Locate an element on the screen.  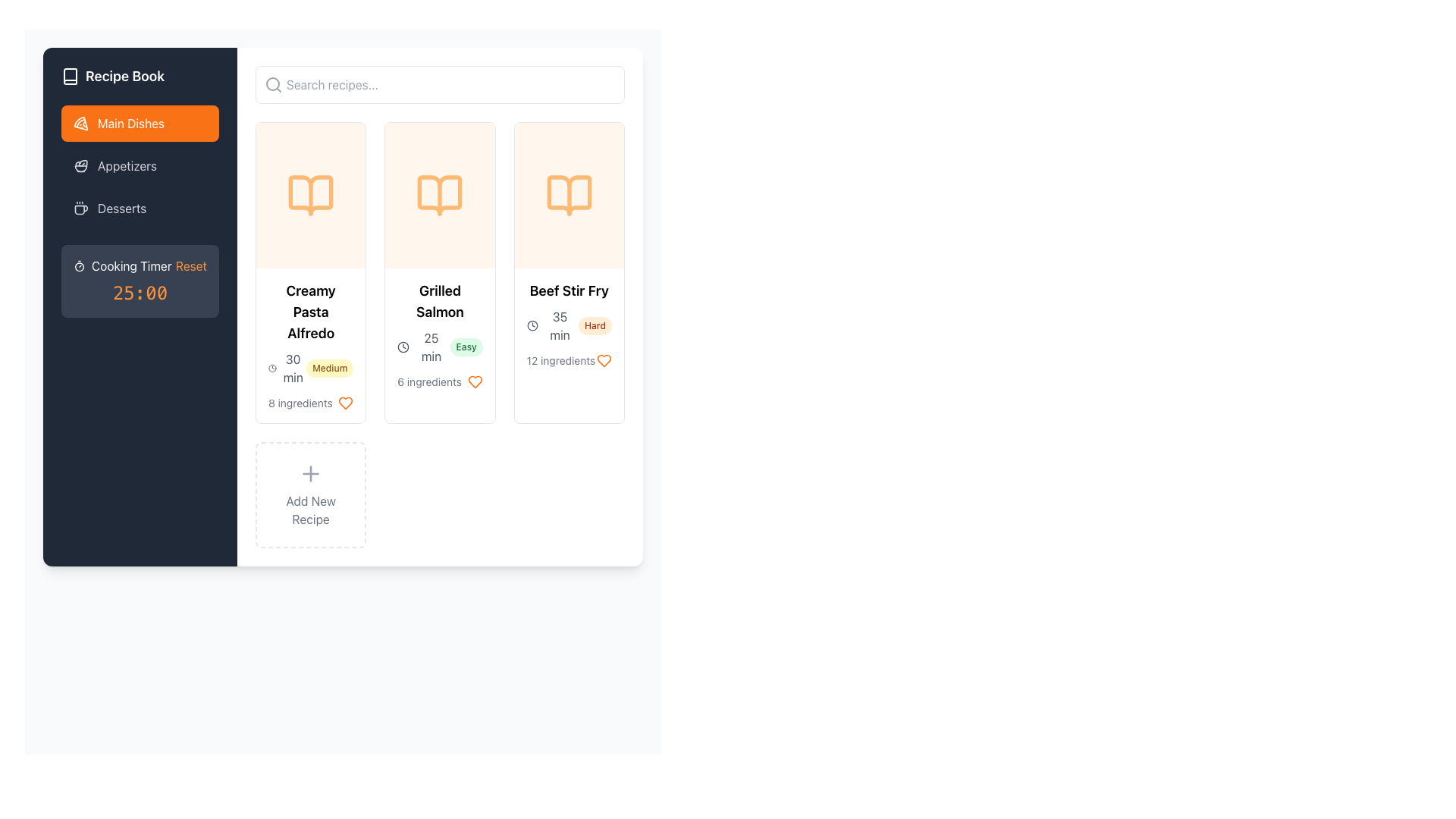
the small book icon located beside the text 'Recipe Book' in the left navigation panel is located at coordinates (69, 76).